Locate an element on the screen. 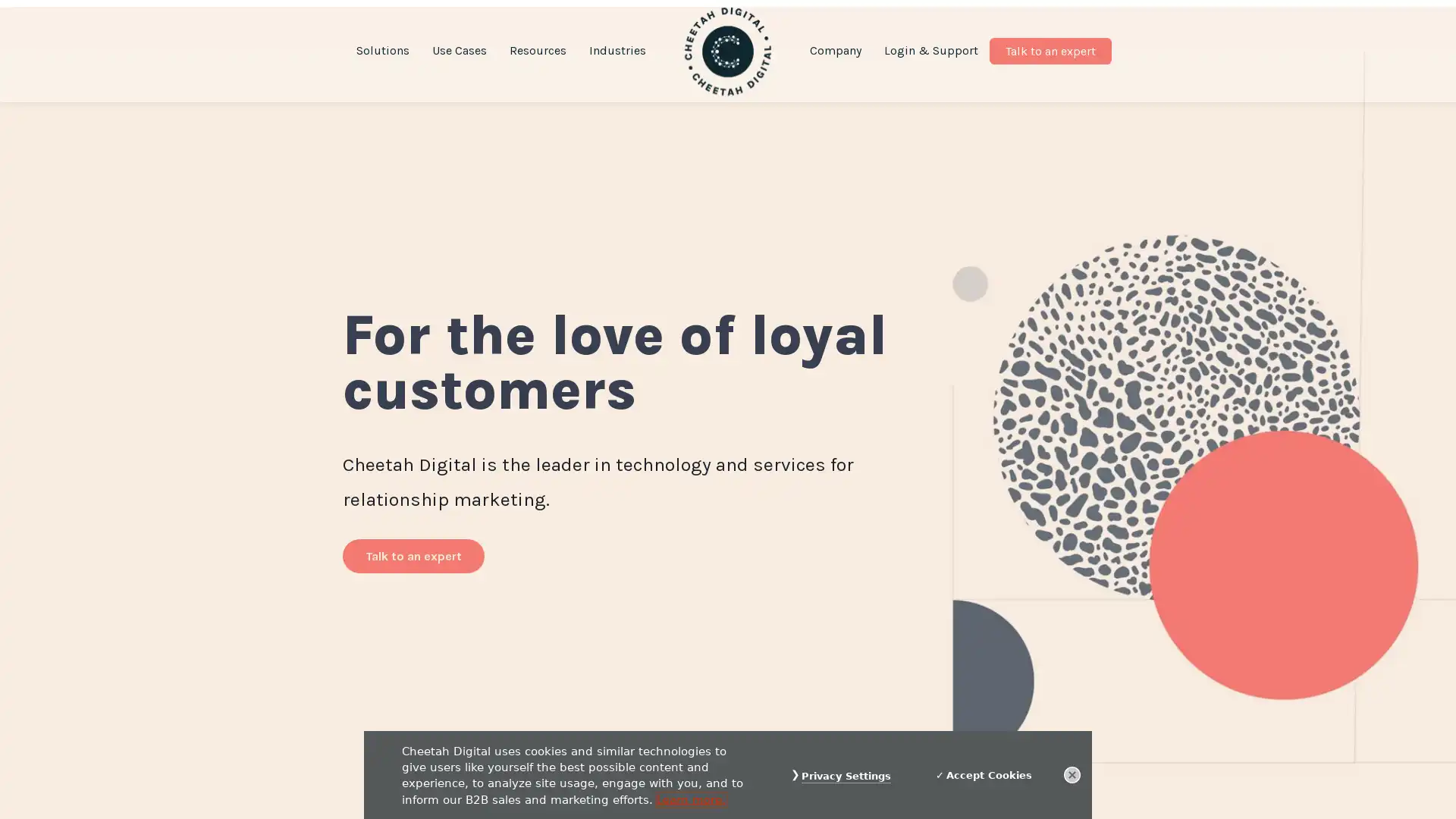  Accept Cookies is located at coordinates (984, 774).